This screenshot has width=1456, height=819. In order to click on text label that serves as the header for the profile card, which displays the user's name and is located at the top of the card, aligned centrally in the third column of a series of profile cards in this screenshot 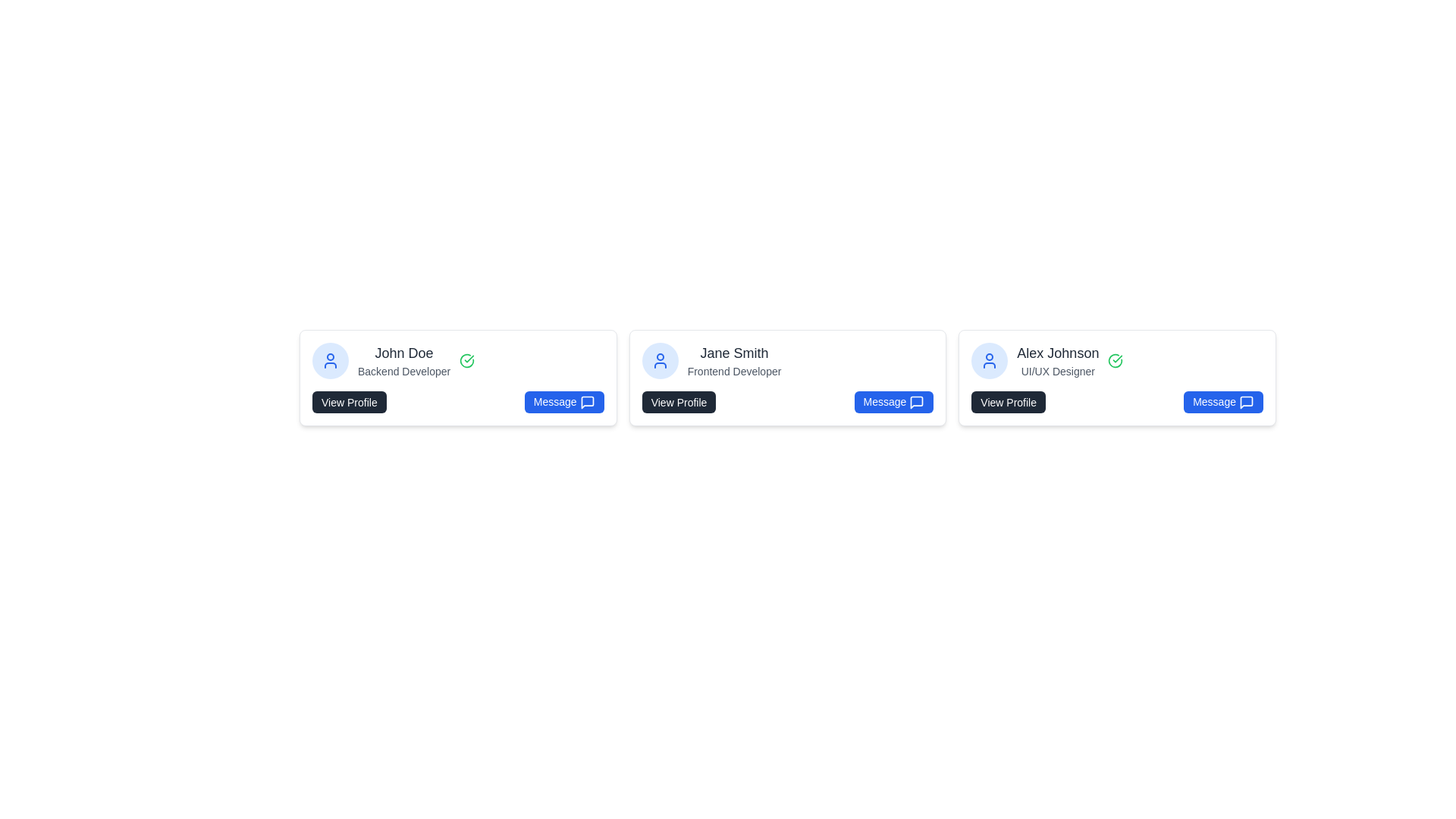, I will do `click(1057, 353)`.